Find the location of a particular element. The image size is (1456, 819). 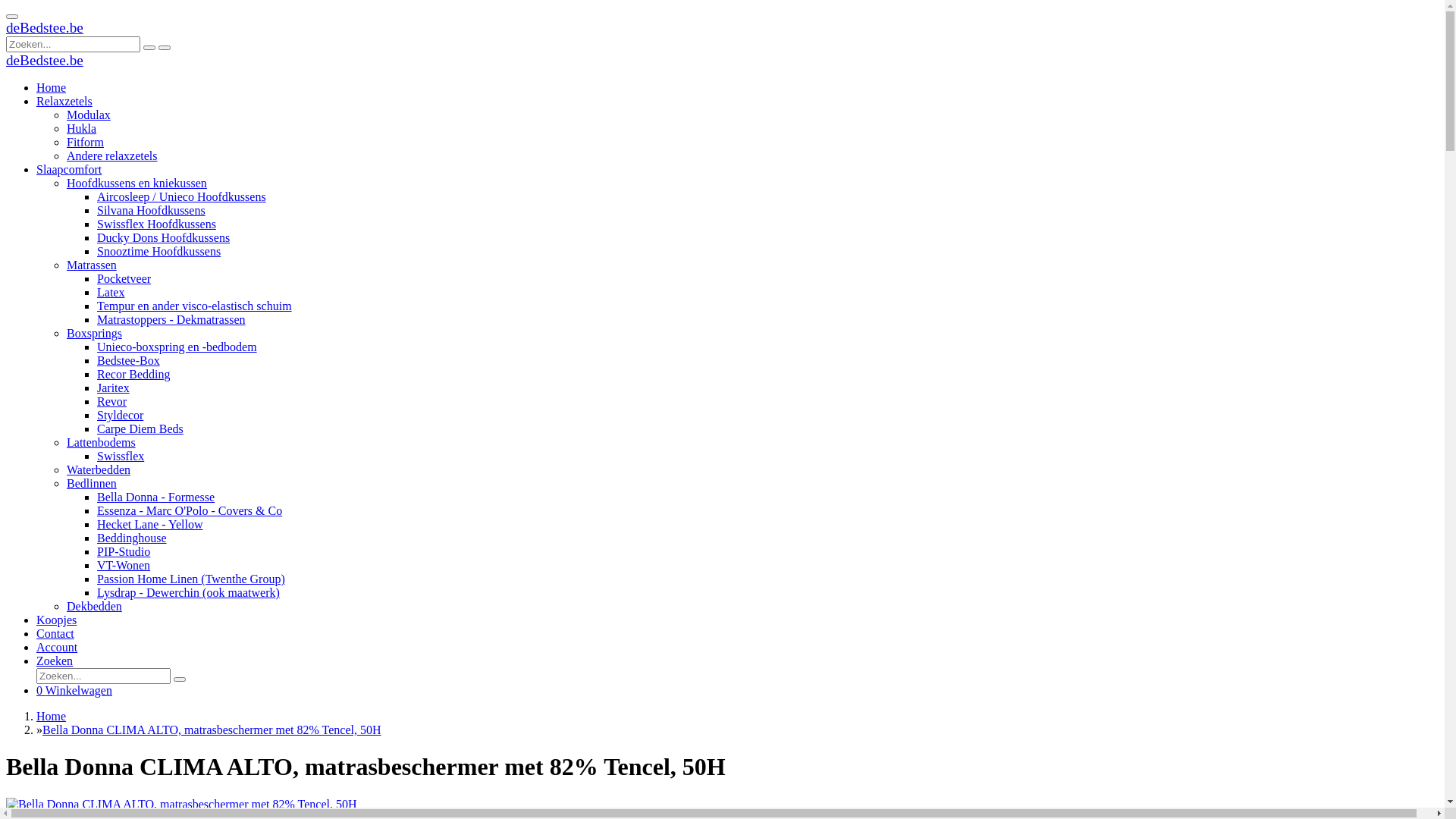

'Modulax' is located at coordinates (87, 114).